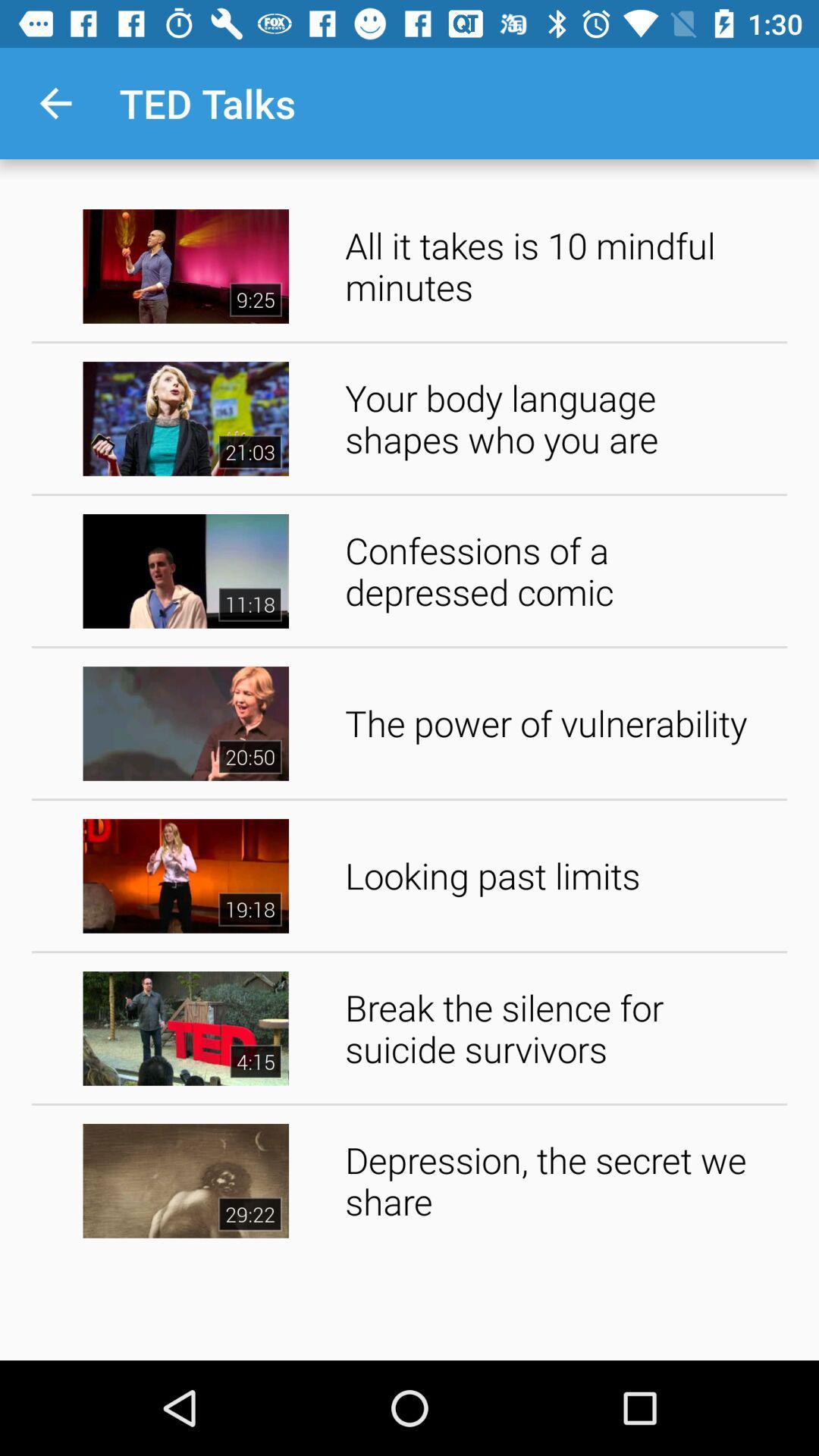 The width and height of the screenshot is (819, 1456). What do you see at coordinates (560, 1179) in the screenshot?
I see `depression the secret app` at bounding box center [560, 1179].